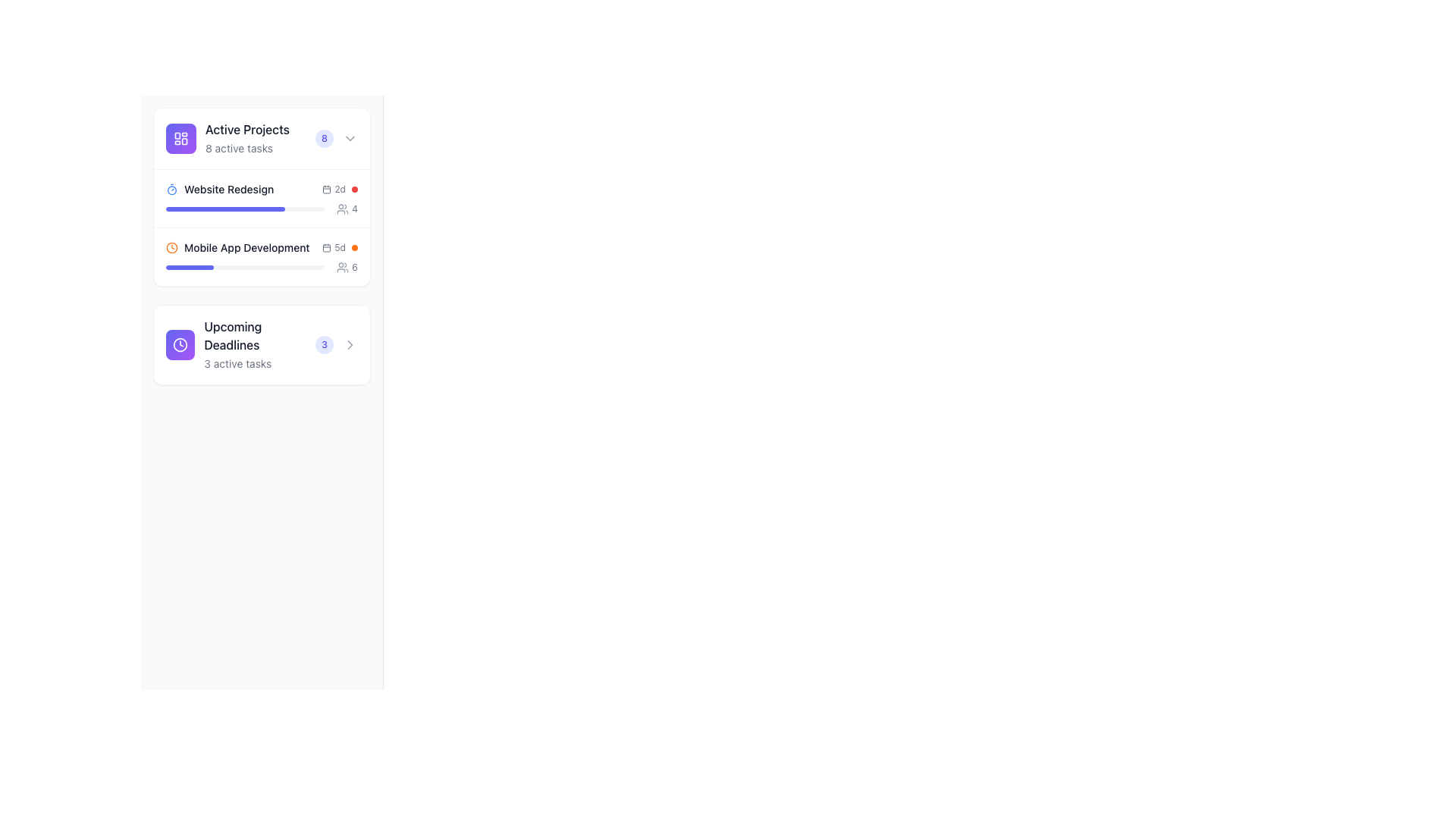 Image resolution: width=1456 pixels, height=819 pixels. Describe the element at coordinates (349, 138) in the screenshot. I see `the downward-pointing chevron icon next to the badge with the number '8' in the 'Active Projects' section` at that location.